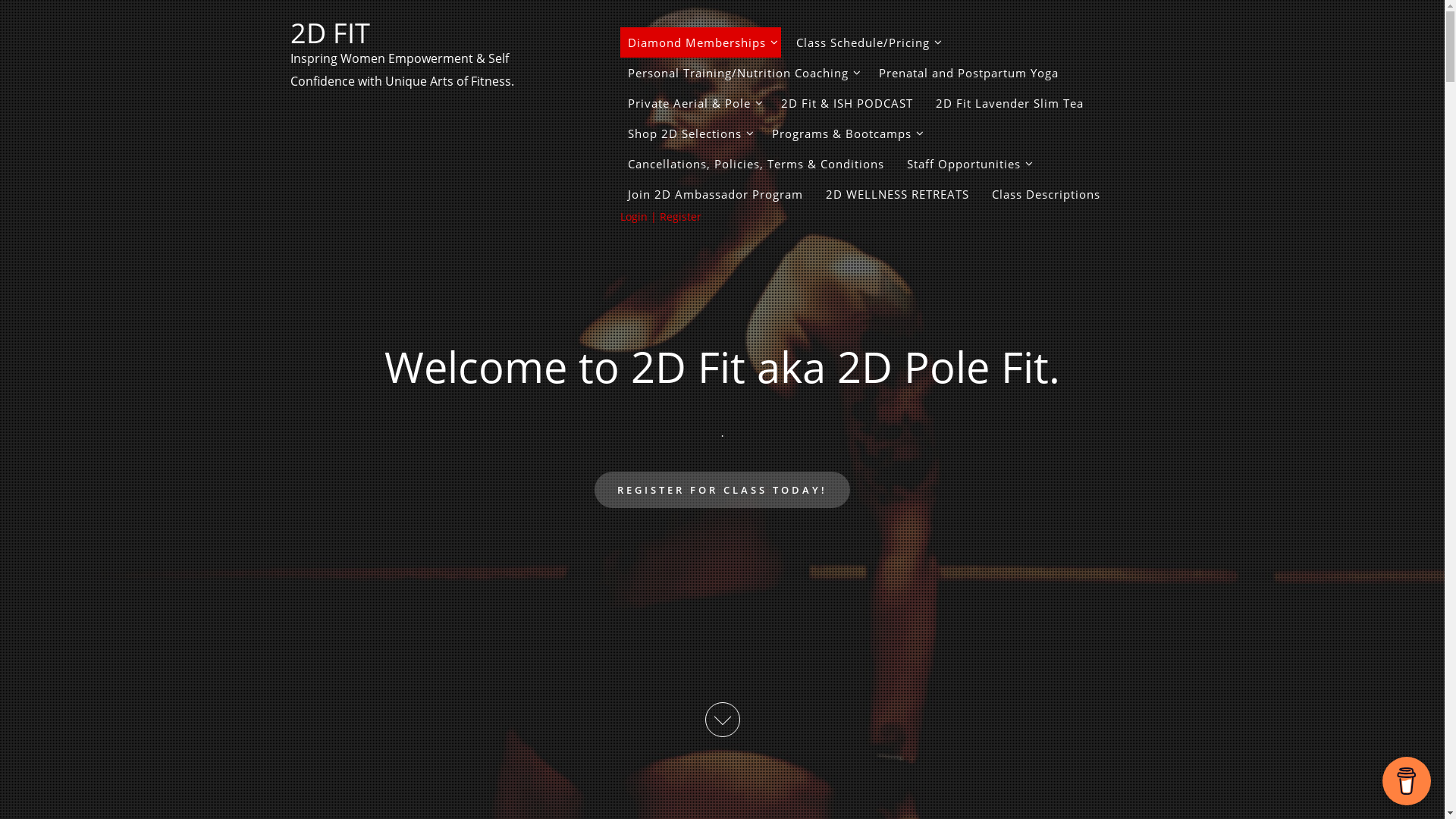 The width and height of the screenshot is (1456, 819). What do you see at coordinates (620, 133) in the screenshot?
I see `'Shop 2D Selections'` at bounding box center [620, 133].